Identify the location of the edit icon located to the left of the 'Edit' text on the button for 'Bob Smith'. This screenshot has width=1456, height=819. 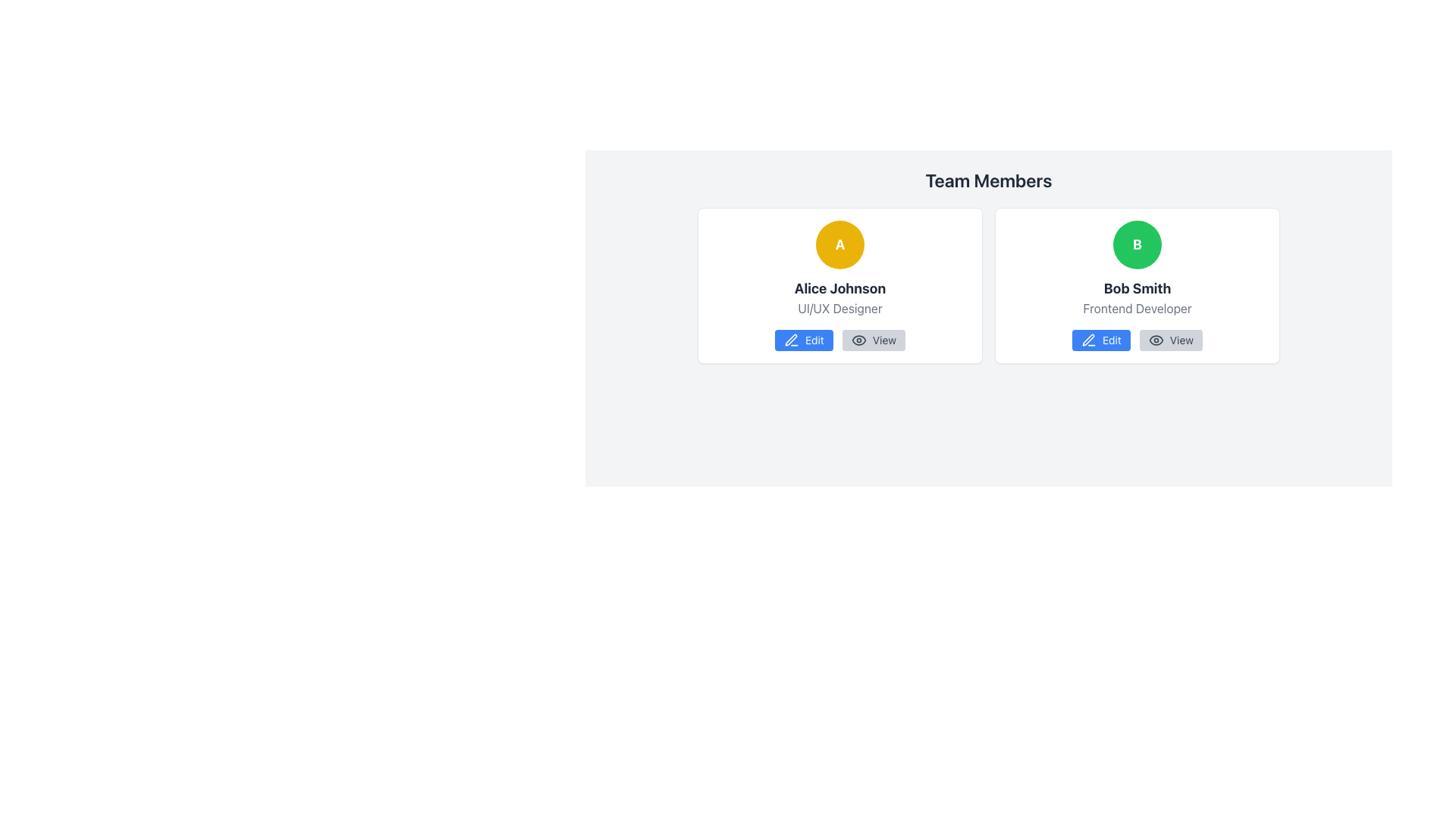
(1087, 339).